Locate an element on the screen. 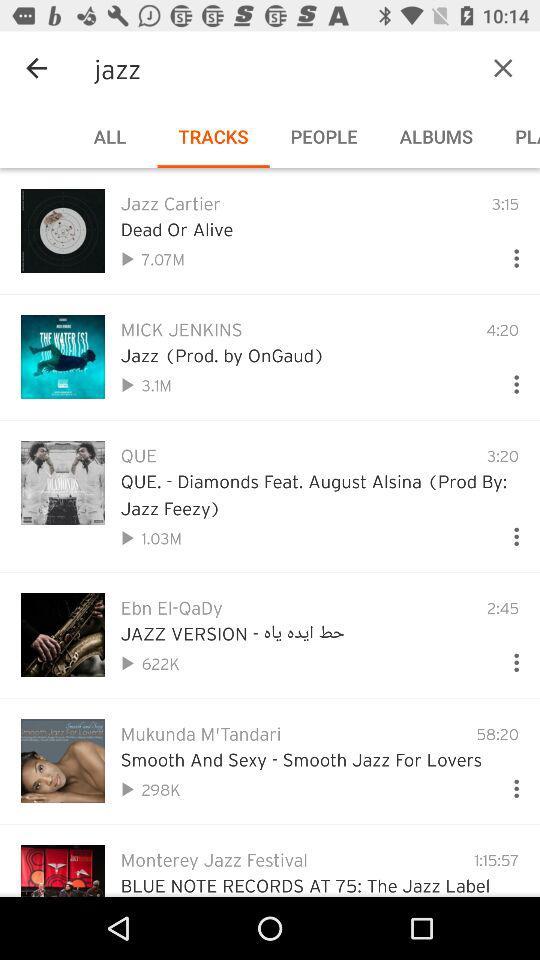 The height and width of the screenshot is (960, 540). options is located at coordinates (508, 657).